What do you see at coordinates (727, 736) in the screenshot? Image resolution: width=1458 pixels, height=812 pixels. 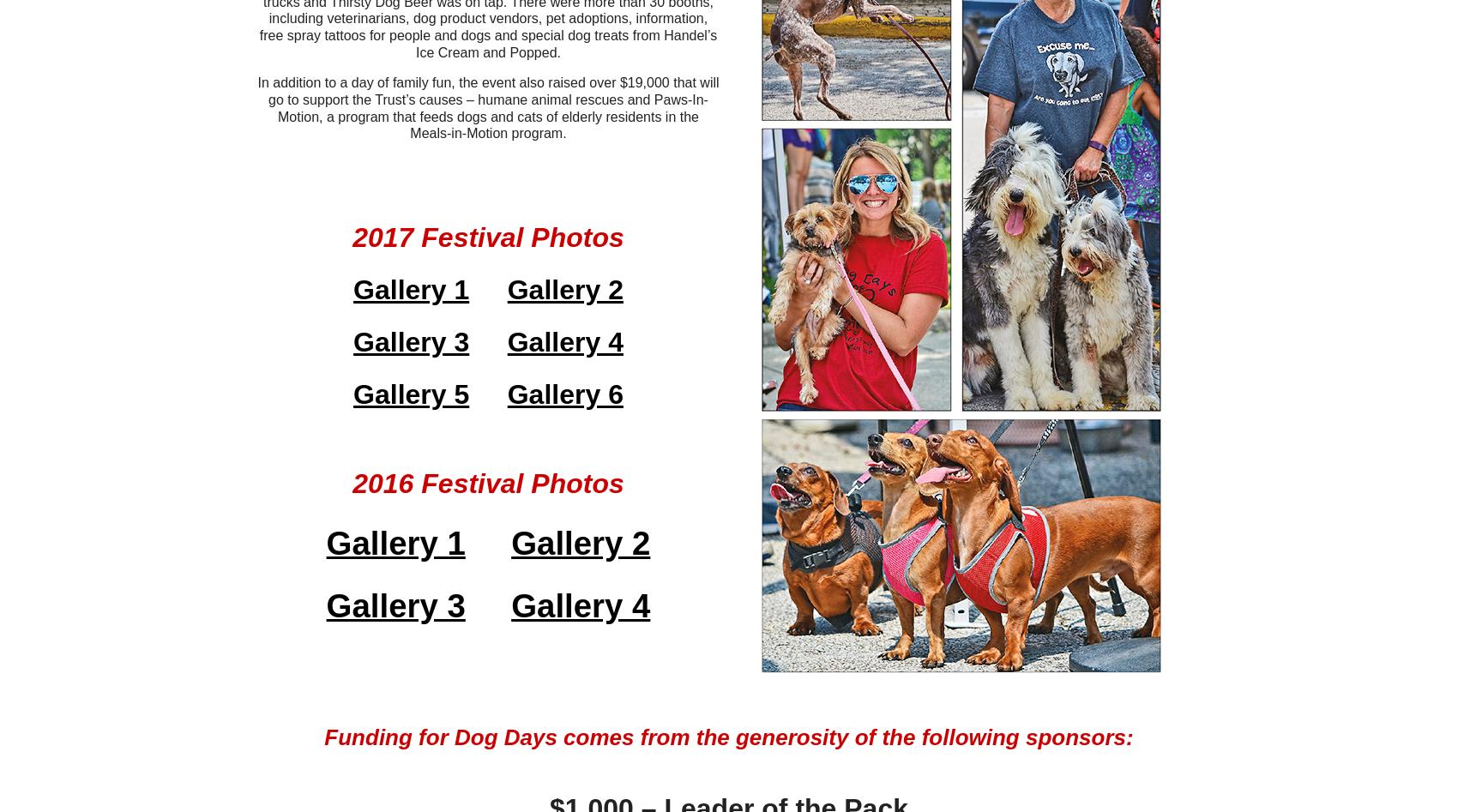 I see `'Funding for Dog Days comes from the generosity of the following sponsors:'` at bounding box center [727, 736].